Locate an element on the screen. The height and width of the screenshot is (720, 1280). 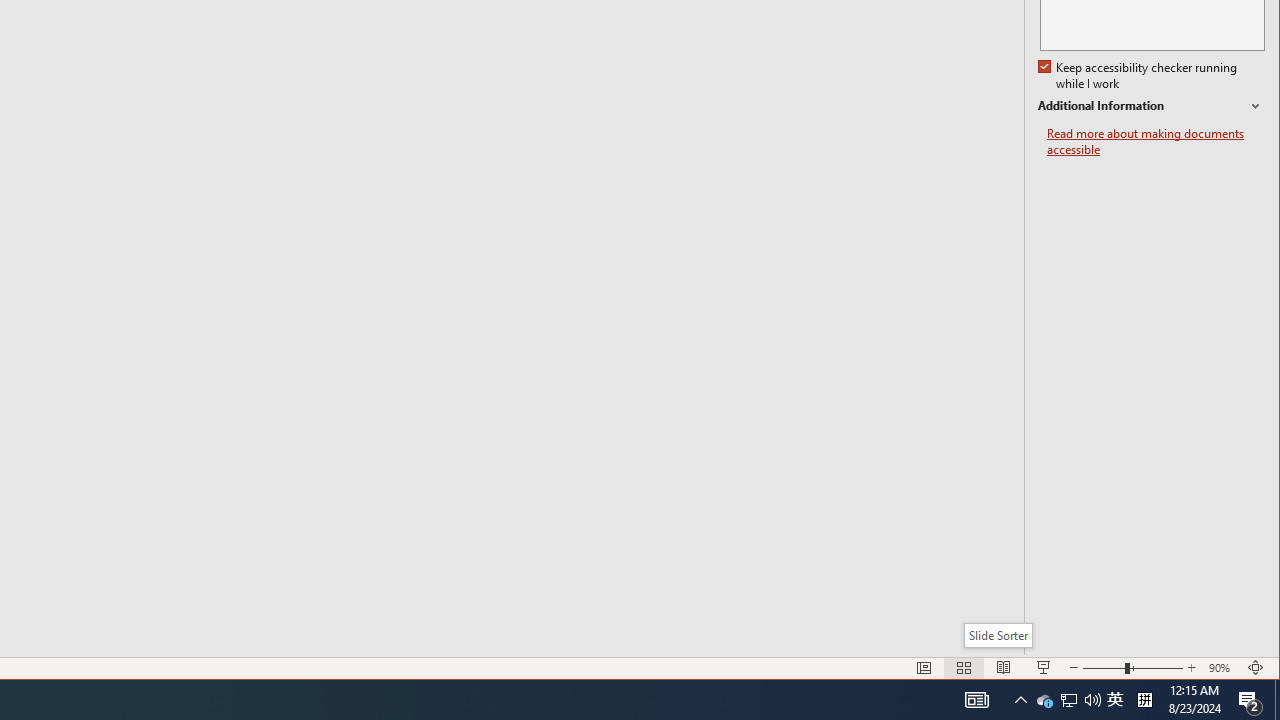
'User Promoted Notification Area' is located at coordinates (1067, 698).